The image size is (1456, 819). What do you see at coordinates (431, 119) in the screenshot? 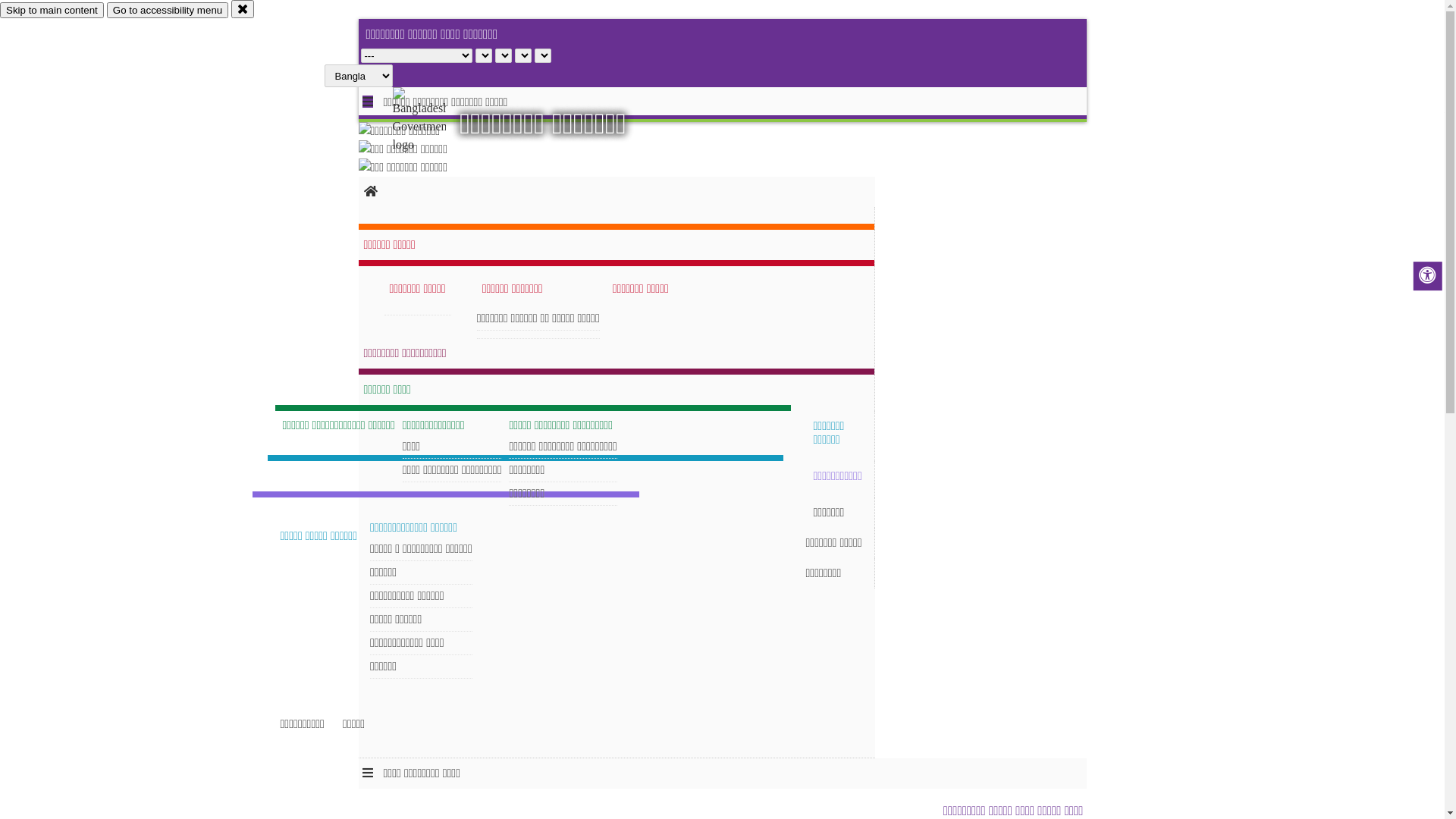
I see `'` at bounding box center [431, 119].